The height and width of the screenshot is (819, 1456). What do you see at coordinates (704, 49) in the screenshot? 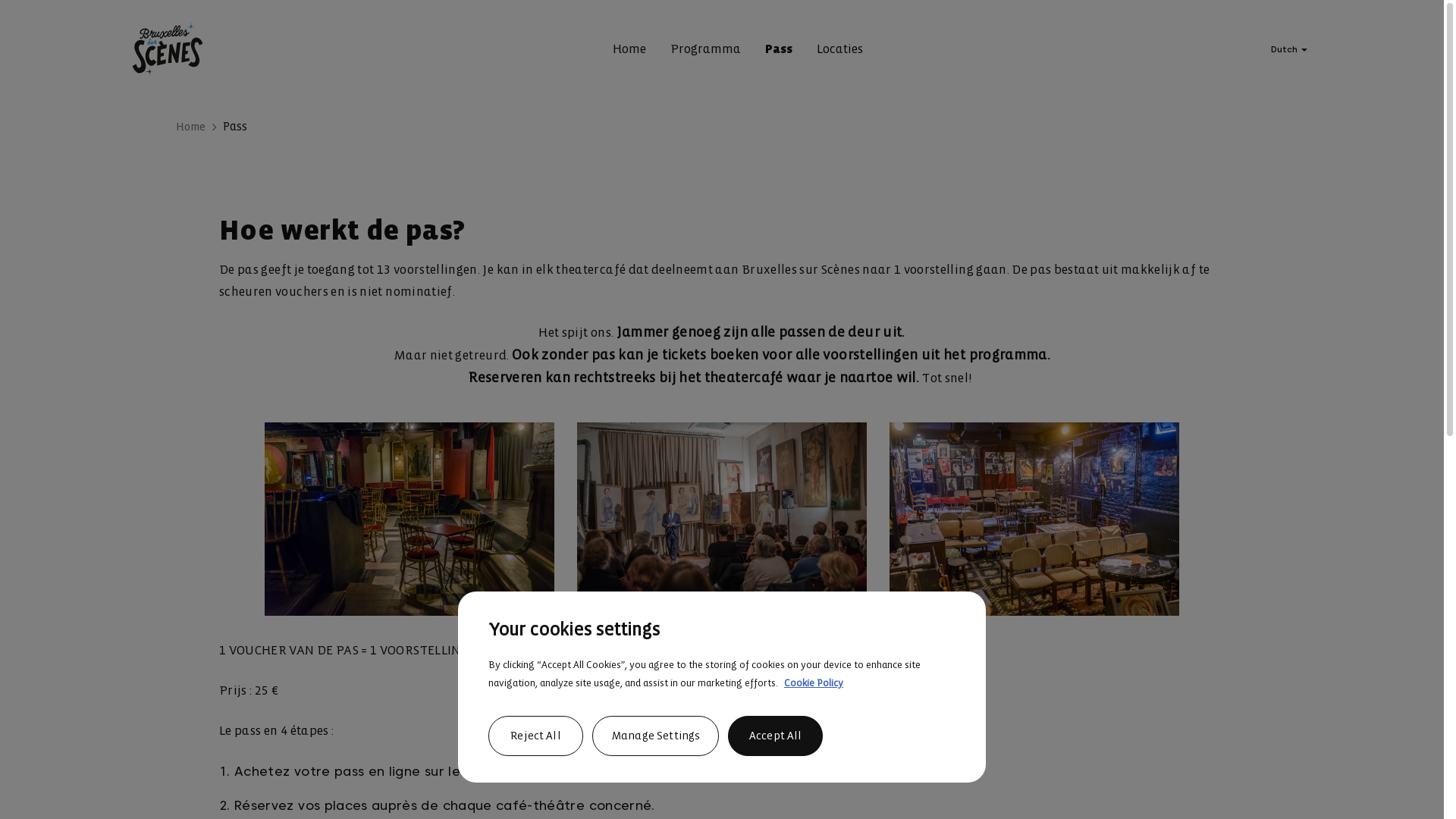
I see `'Programma'` at bounding box center [704, 49].